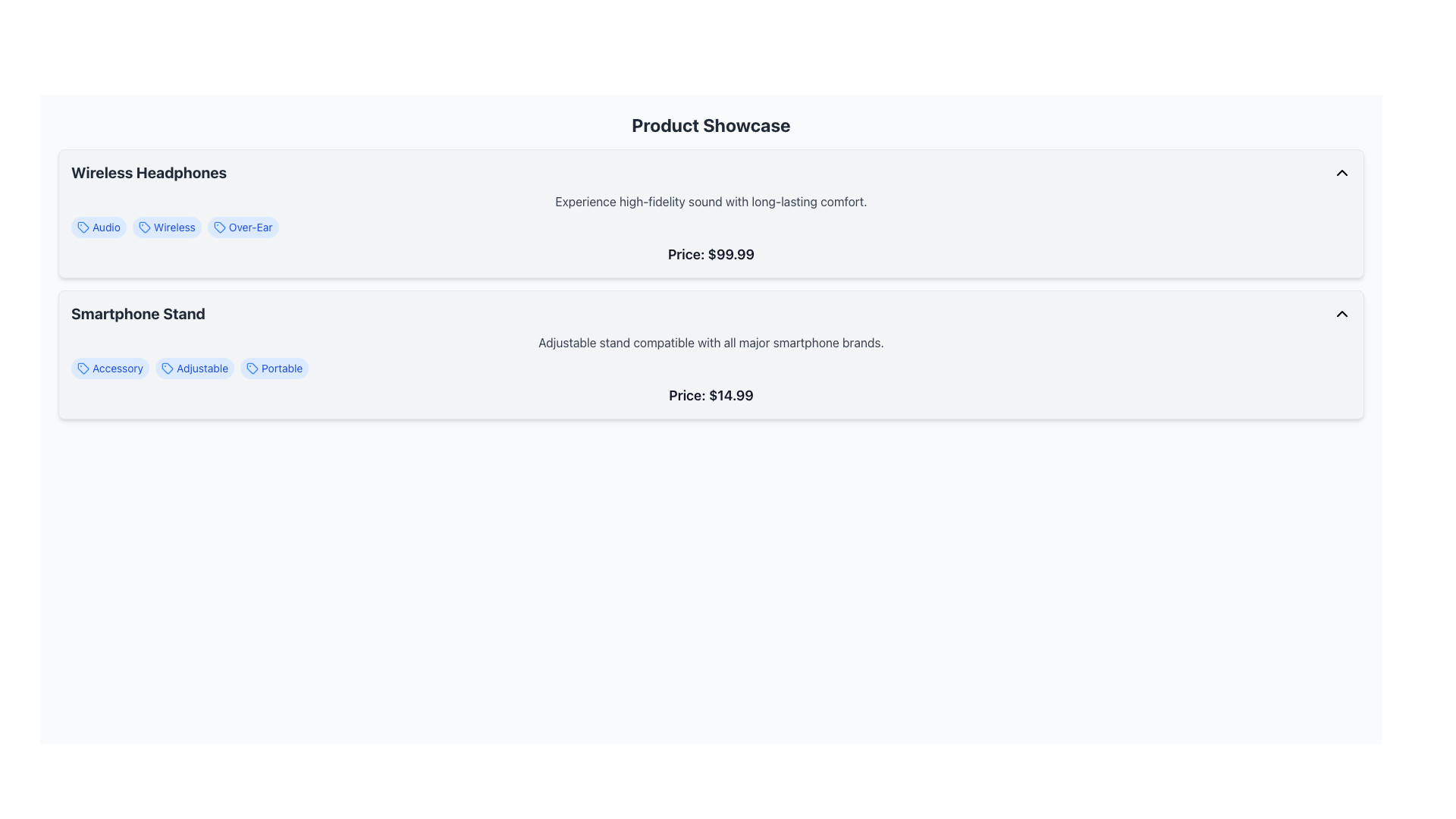 The height and width of the screenshot is (819, 1456). Describe the element at coordinates (98, 227) in the screenshot. I see `the first label or chip categorizing the 'Wireless Headphones' product, positioned to the far left under the title` at that location.